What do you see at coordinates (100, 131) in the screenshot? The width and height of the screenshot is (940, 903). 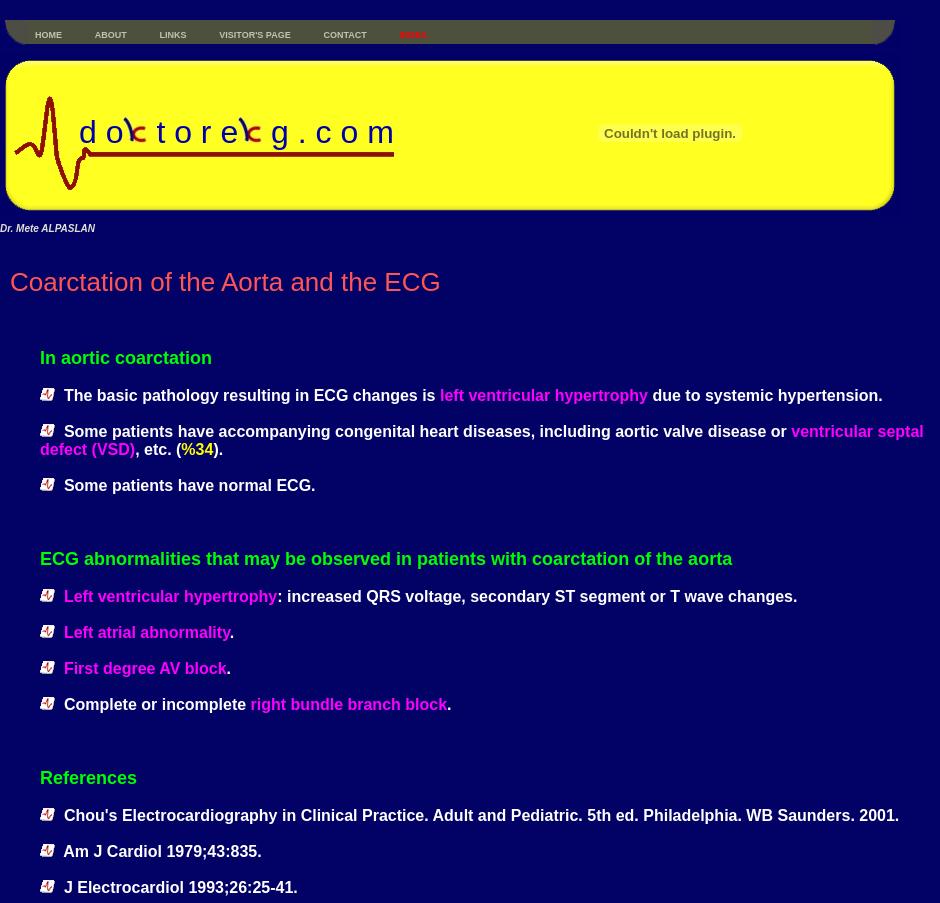 I see `'d o'` at bounding box center [100, 131].